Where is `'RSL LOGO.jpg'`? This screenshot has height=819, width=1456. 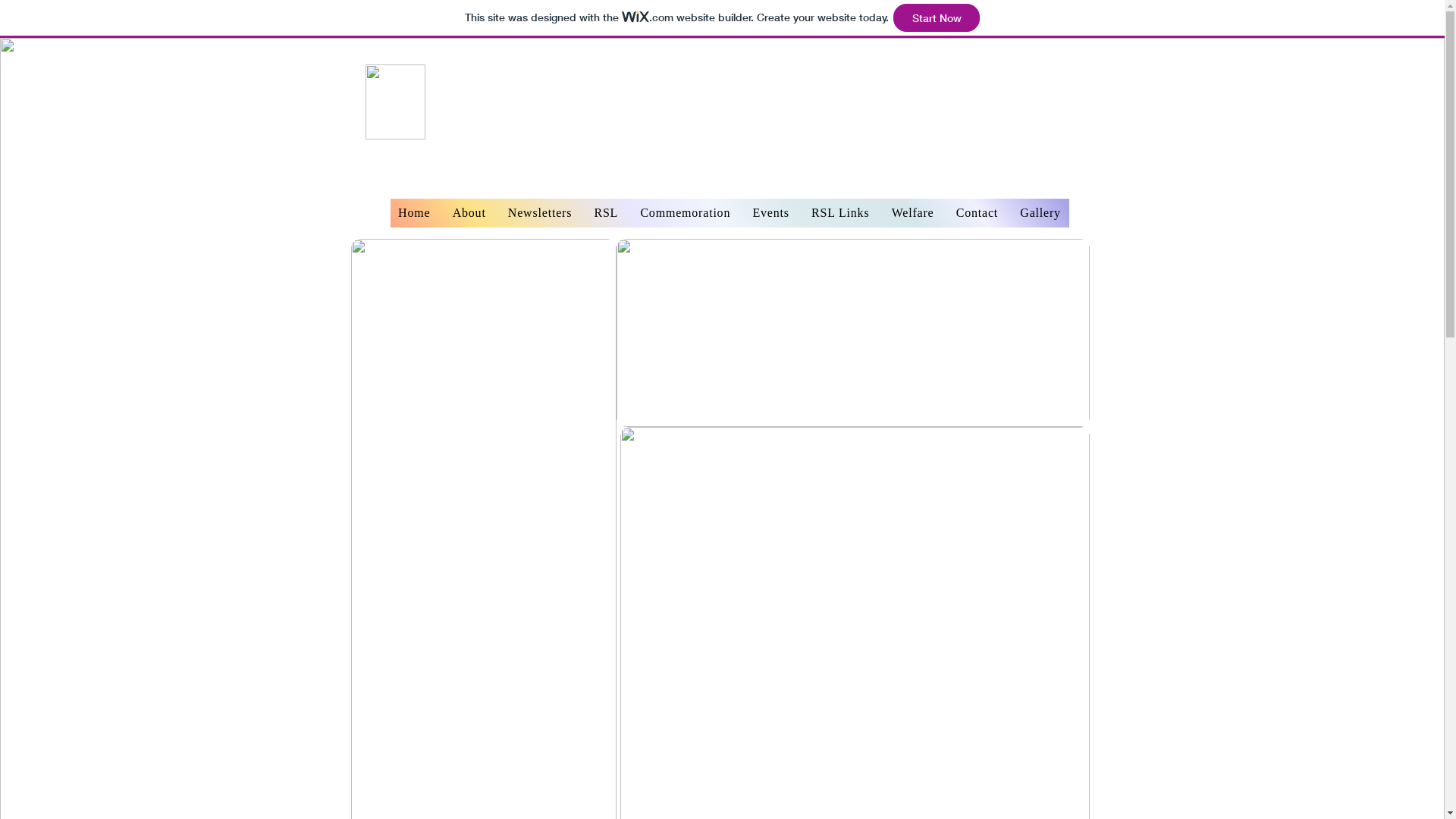 'RSL LOGO.jpg' is located at coordinates (395, 102).